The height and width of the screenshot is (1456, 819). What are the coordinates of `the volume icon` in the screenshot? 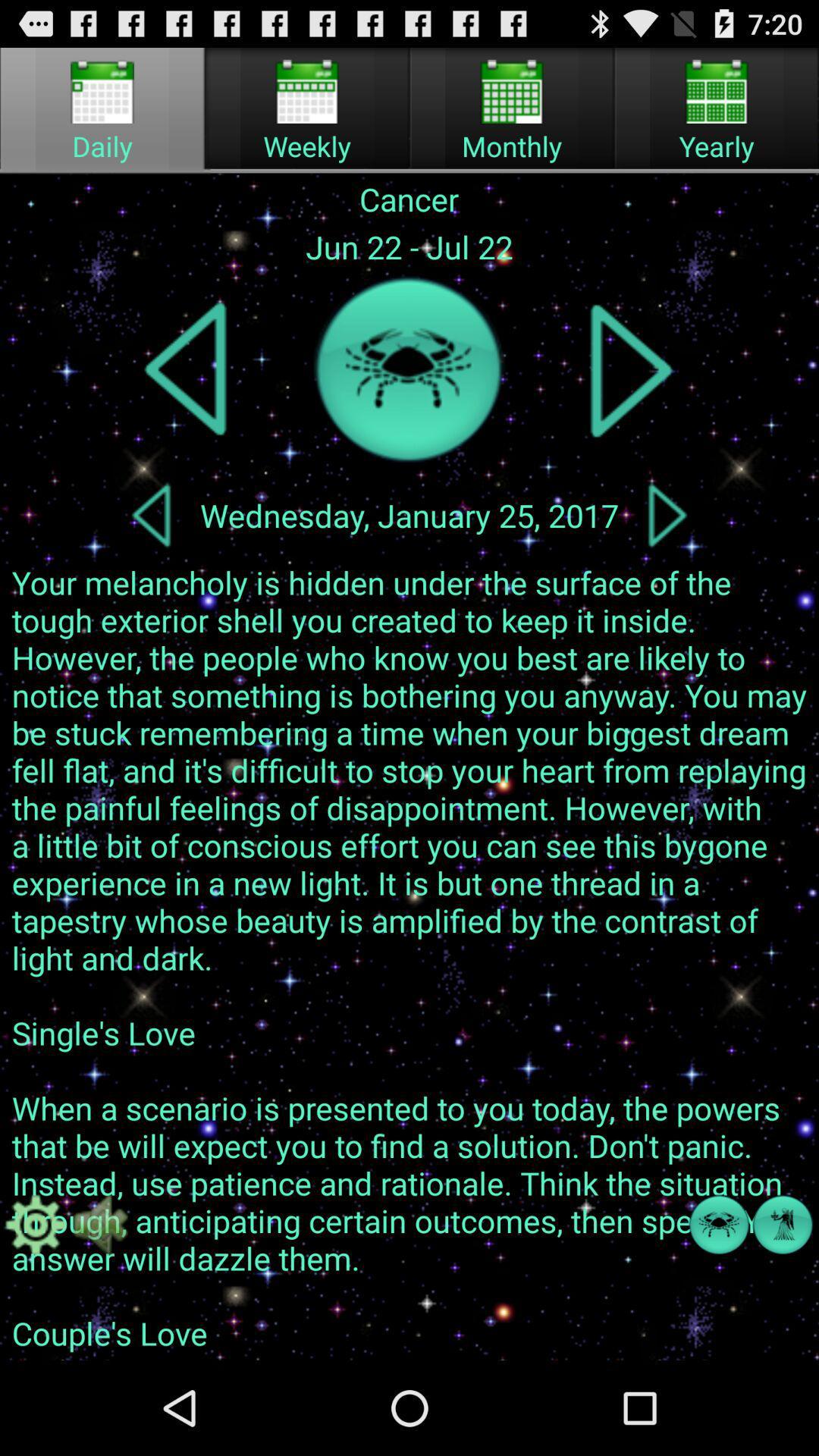 It's located at (99, 1310).